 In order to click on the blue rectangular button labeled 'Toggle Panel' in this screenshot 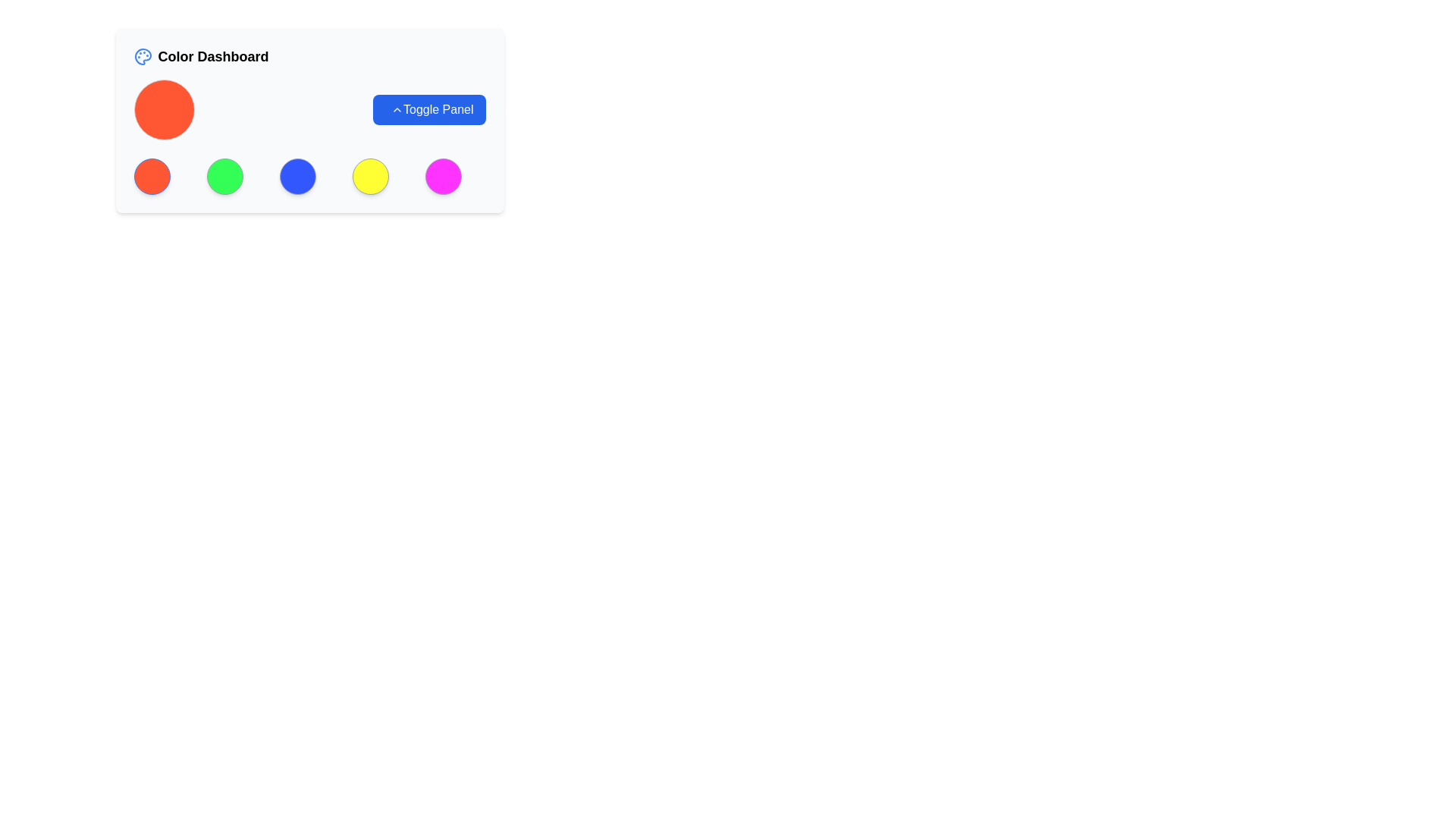, I will do `click(428, 109)`.